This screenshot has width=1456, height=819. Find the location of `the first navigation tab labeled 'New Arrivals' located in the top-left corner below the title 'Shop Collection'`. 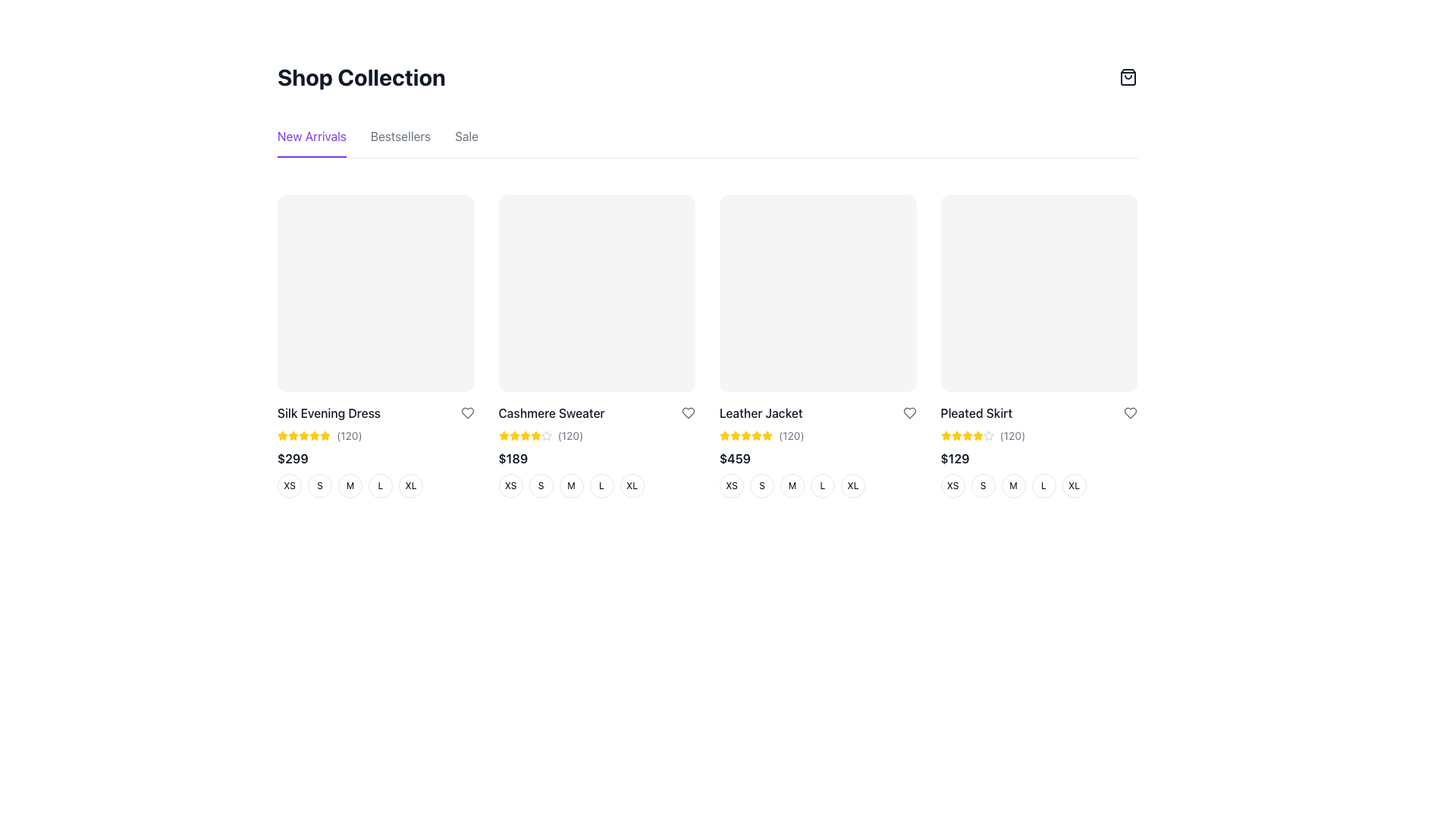

the first navigation tab labeled 'New Arrivals' located in the top-left corner below the title 'Shop Collection' is located at coordinates (311, 143).